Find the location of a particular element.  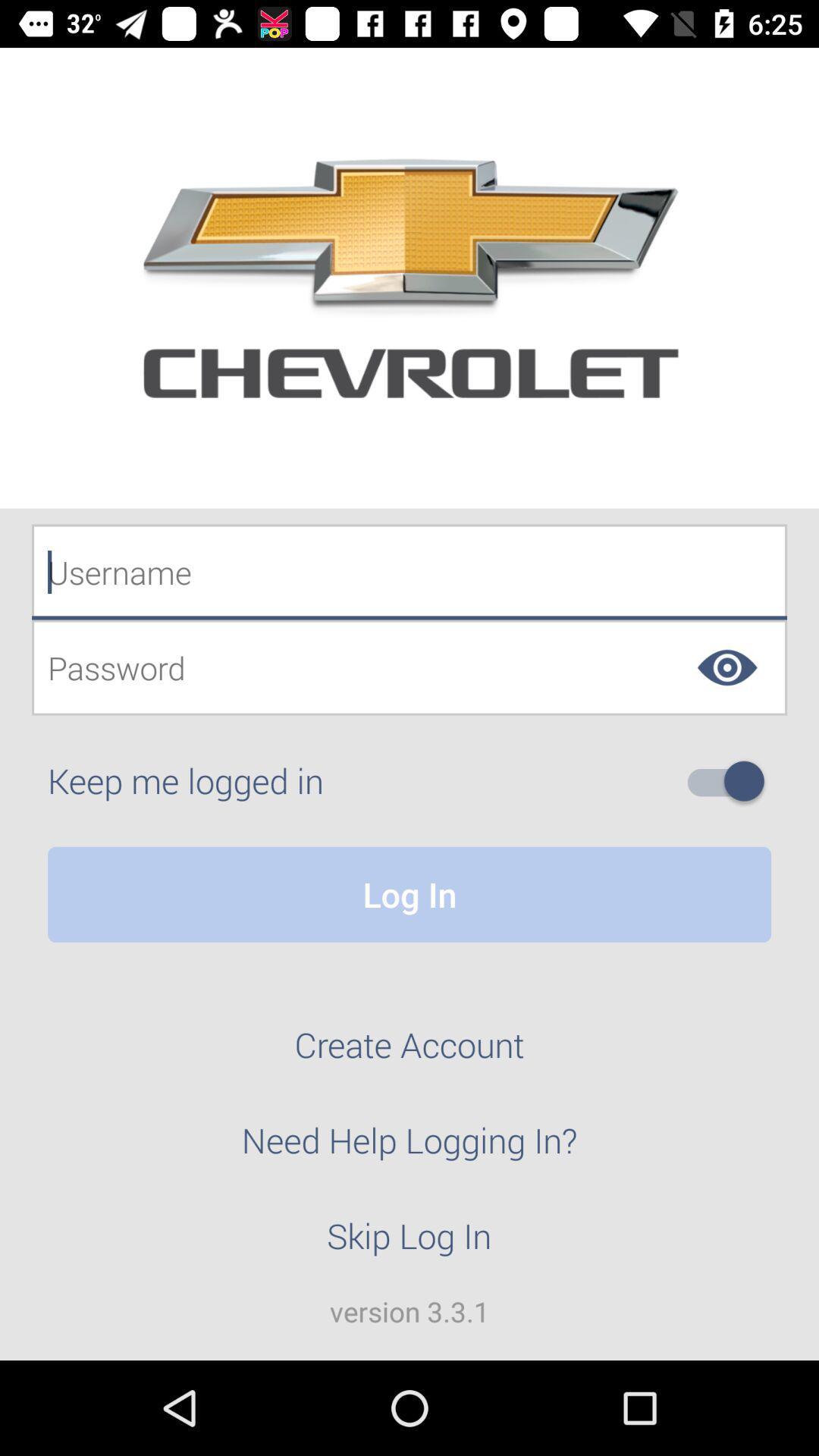

password entry is located at coordinates (409, 667).